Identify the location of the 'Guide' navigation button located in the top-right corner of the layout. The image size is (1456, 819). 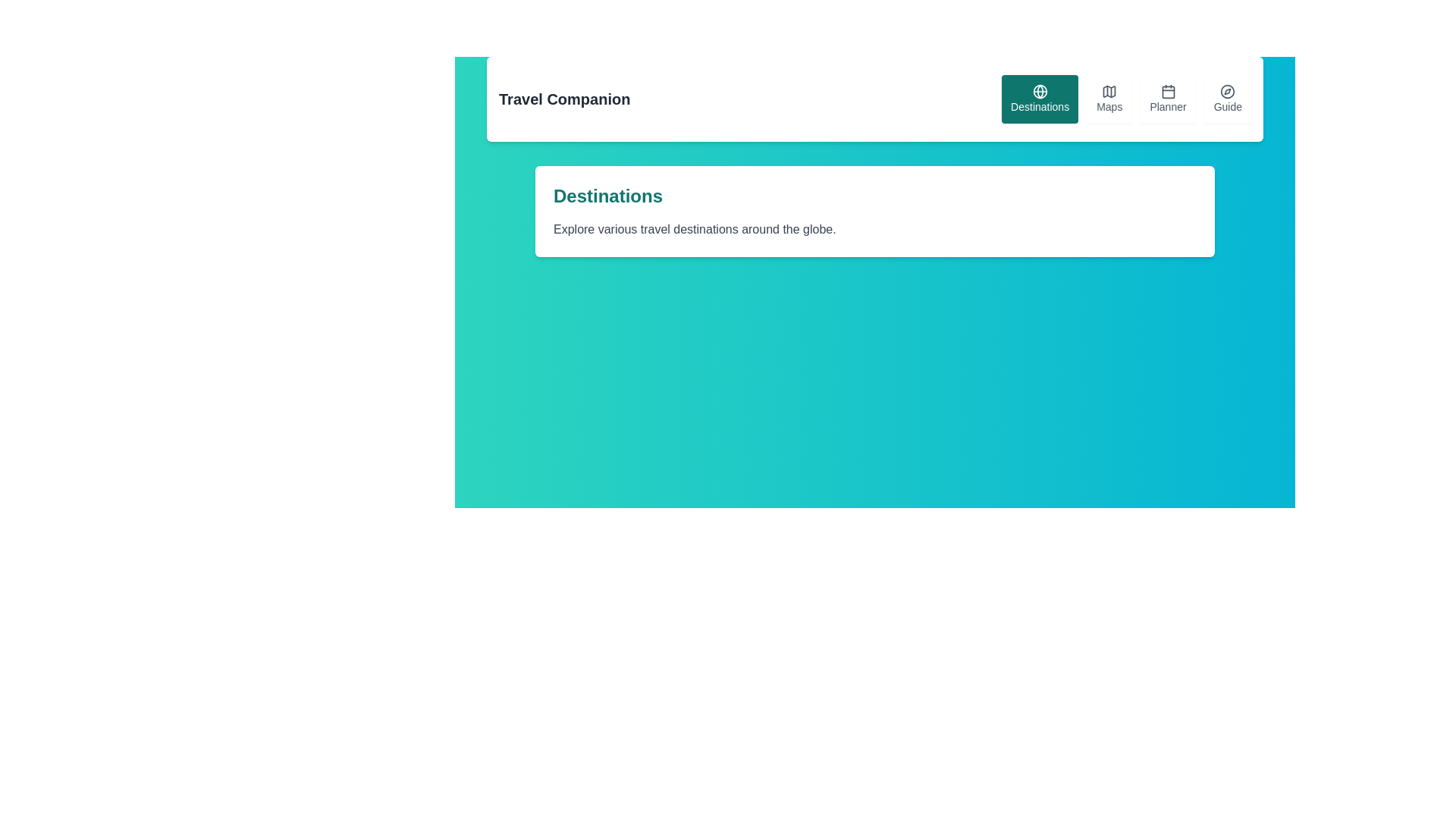
(1228, 106).